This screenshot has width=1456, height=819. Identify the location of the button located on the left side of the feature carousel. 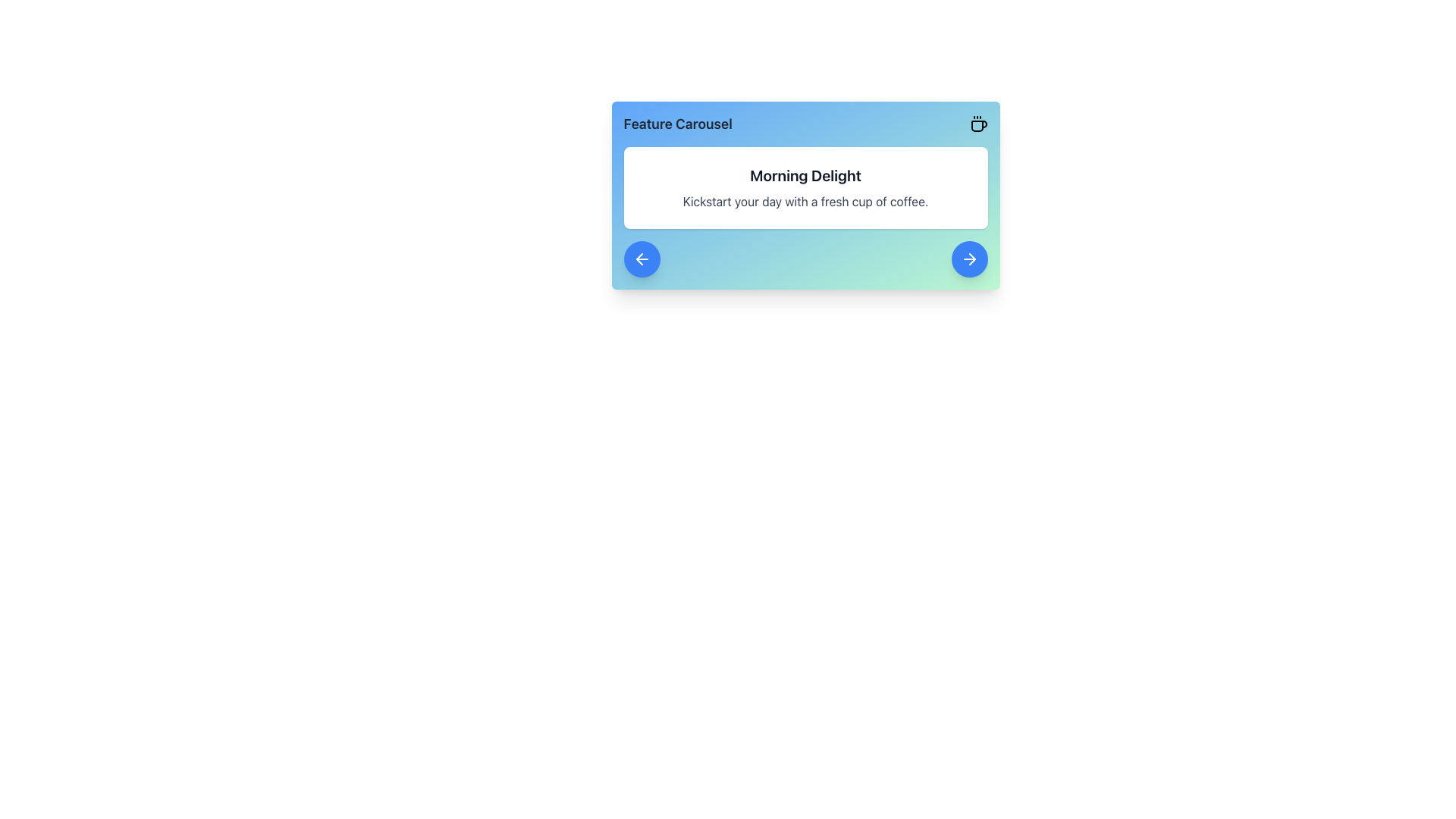
(642, 259).